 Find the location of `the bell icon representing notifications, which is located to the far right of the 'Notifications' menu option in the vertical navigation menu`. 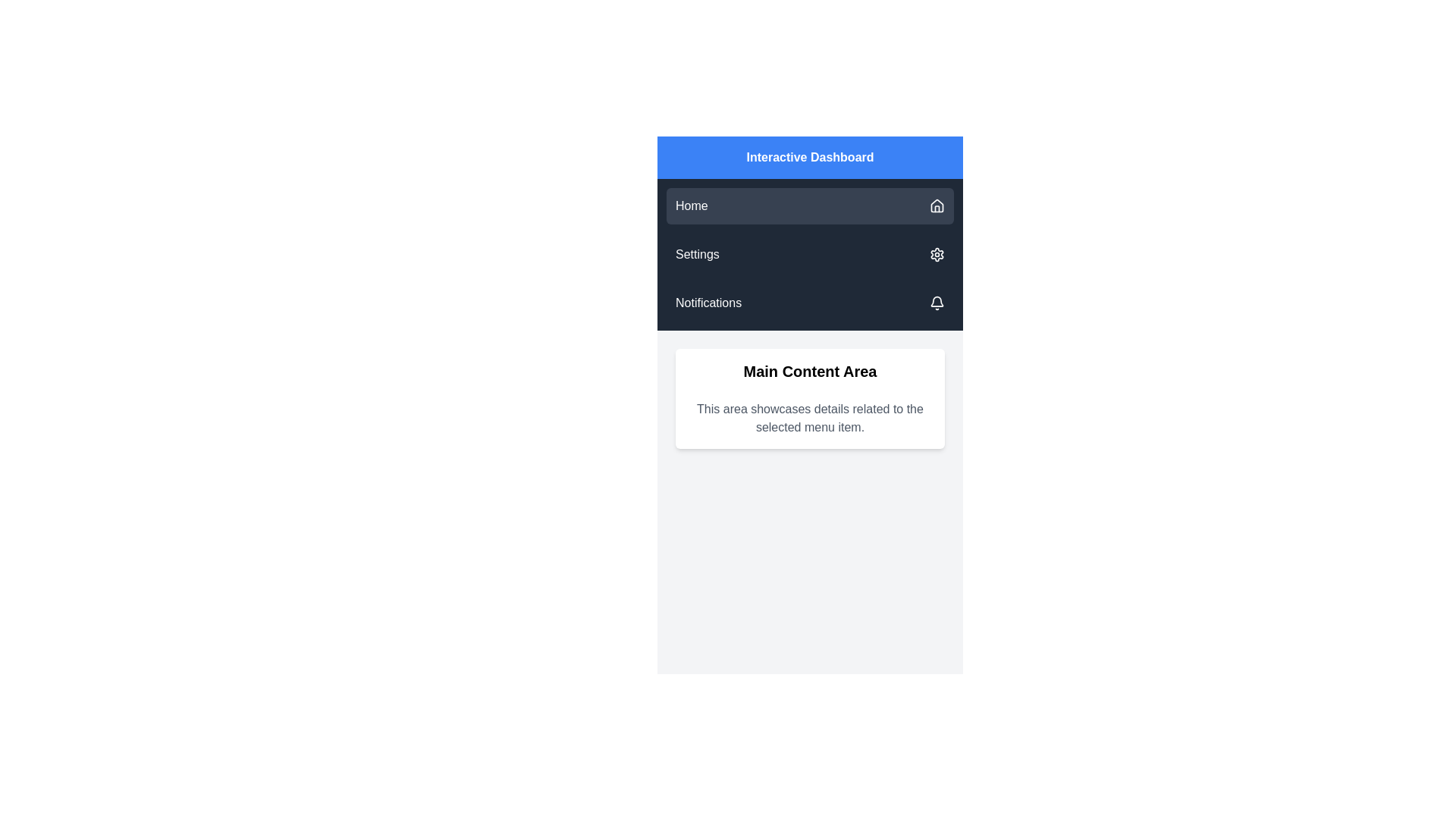

the bell icon representing notifications, which is located to the far right of the 'Notifications' menu option in the vertical navigation menu is located at coordinates (937, 303).